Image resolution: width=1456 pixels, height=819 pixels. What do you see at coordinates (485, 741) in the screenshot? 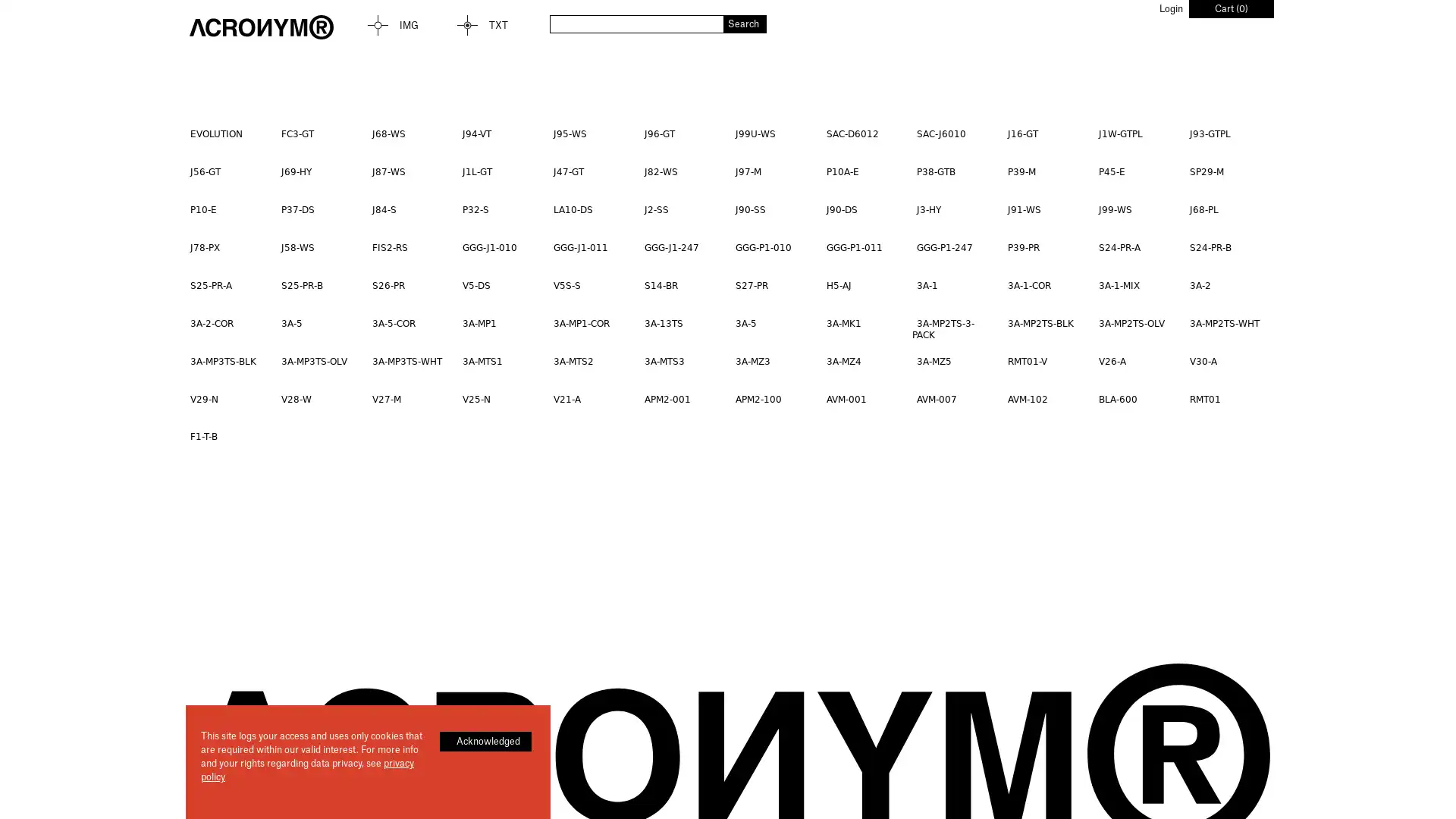
I see `Acknowledged` at bounding box center [485, 741].